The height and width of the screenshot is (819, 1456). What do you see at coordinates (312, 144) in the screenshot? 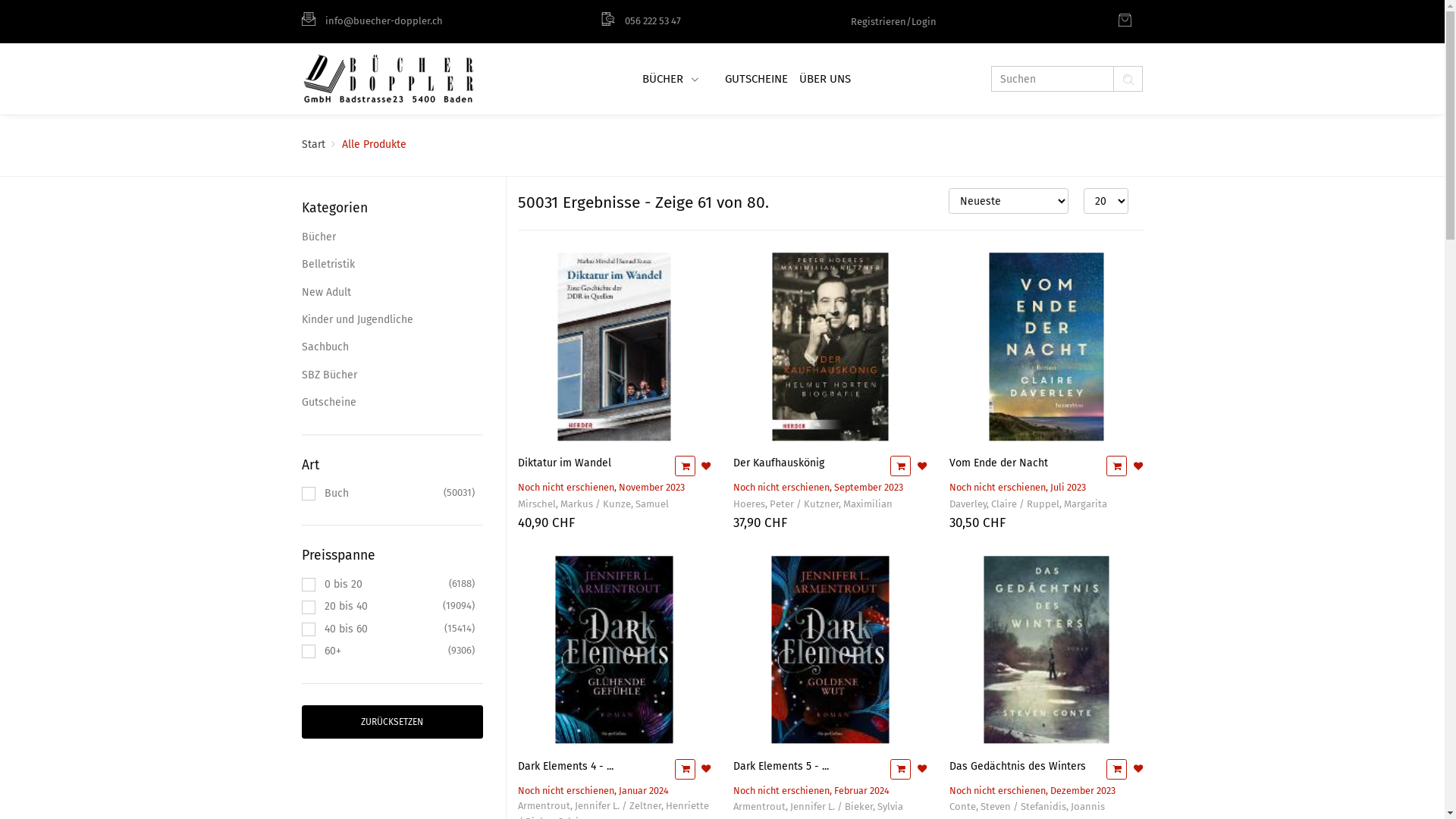
I see `'Start'` at bounding box center [312, 144].